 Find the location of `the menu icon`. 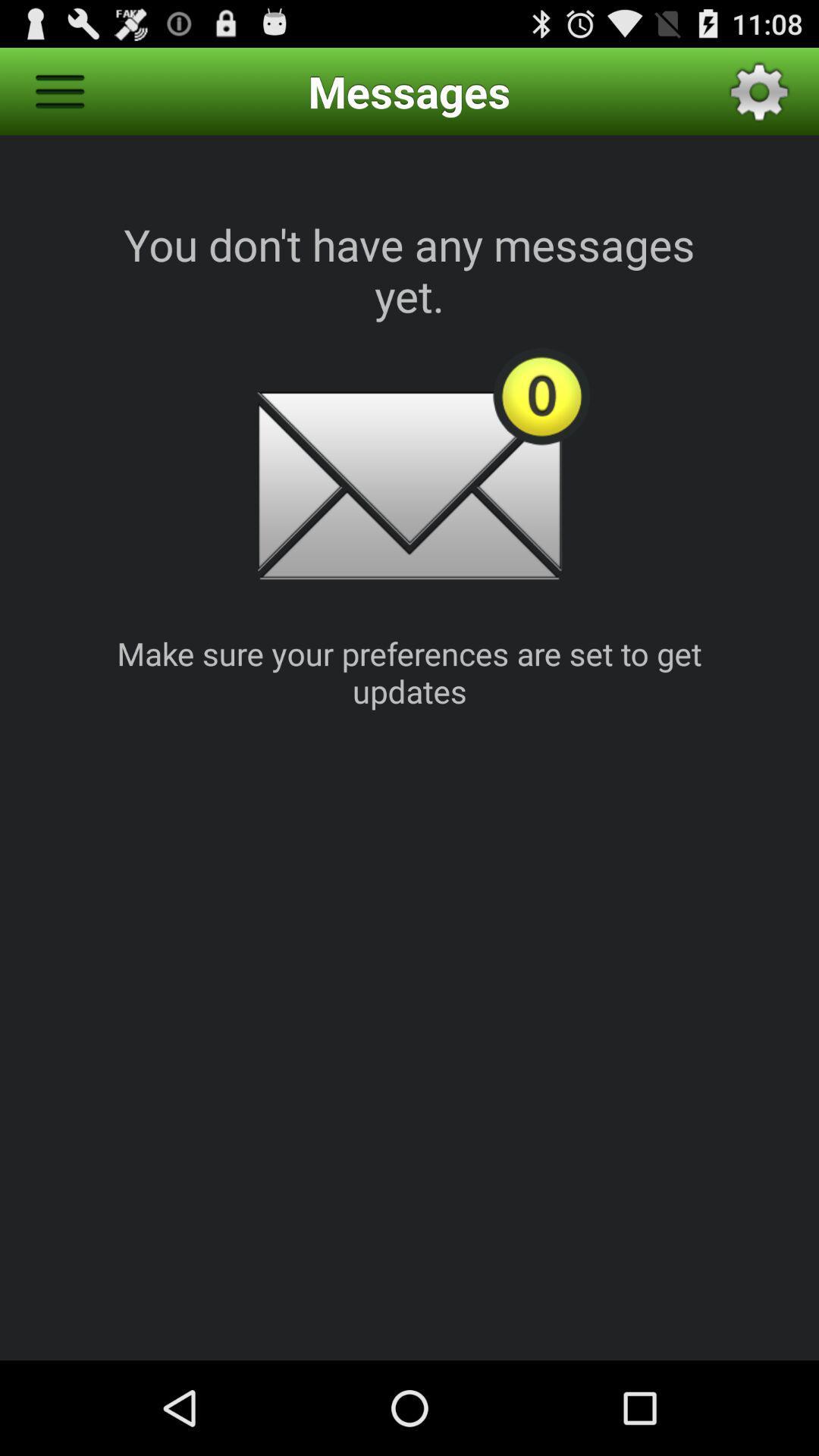

the menu icon is located at coordinates (58, 97).